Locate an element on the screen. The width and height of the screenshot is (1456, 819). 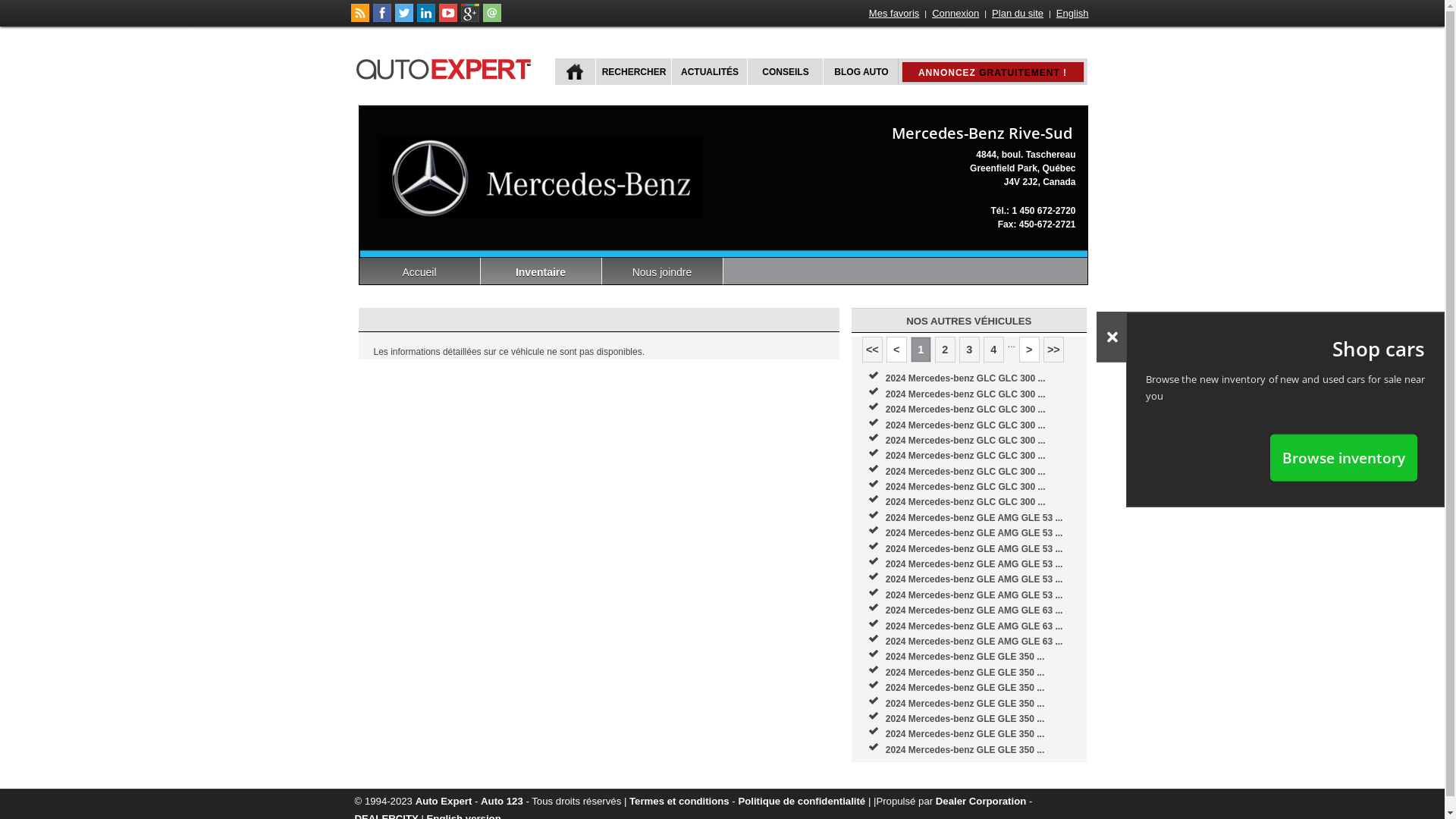
'Suivez autoExpert.ca sur Google Plus' is located at coordinates (460, 18).